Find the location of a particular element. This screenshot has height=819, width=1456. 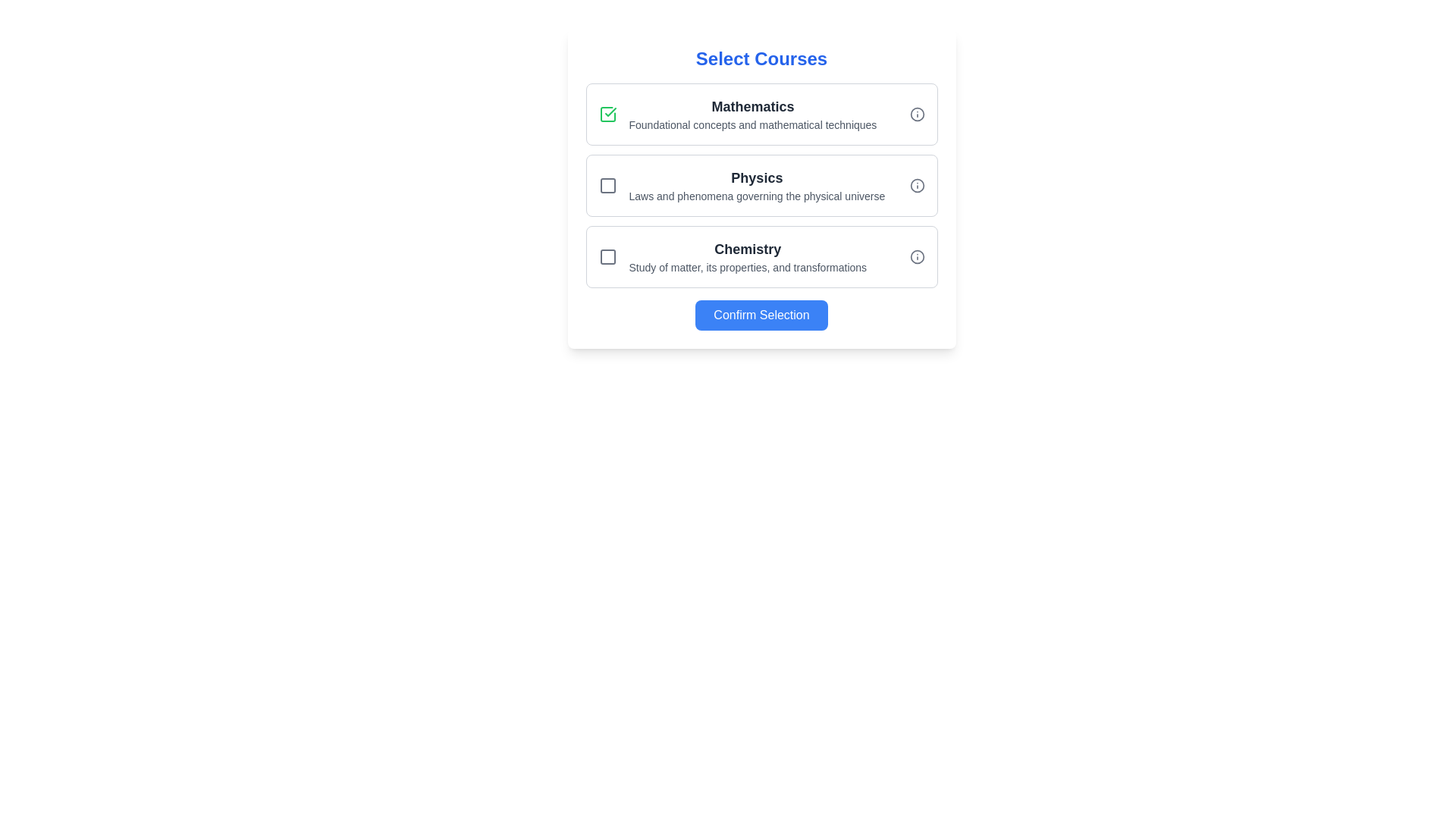

the selectable course list item titled 'Physics' is located at coordinates (757, 185).